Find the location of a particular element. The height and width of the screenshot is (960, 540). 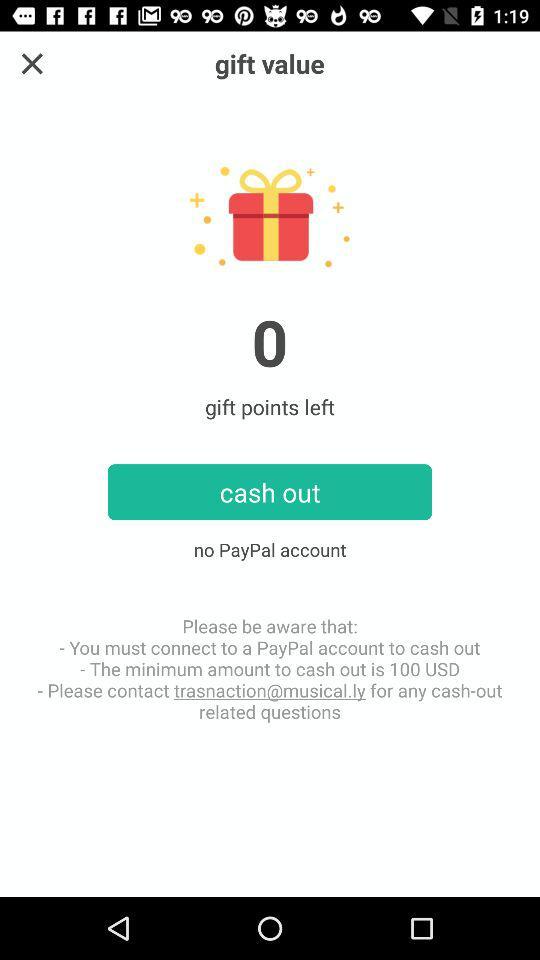

the item to the left of the gift value app is located at coordinates (31, 63).